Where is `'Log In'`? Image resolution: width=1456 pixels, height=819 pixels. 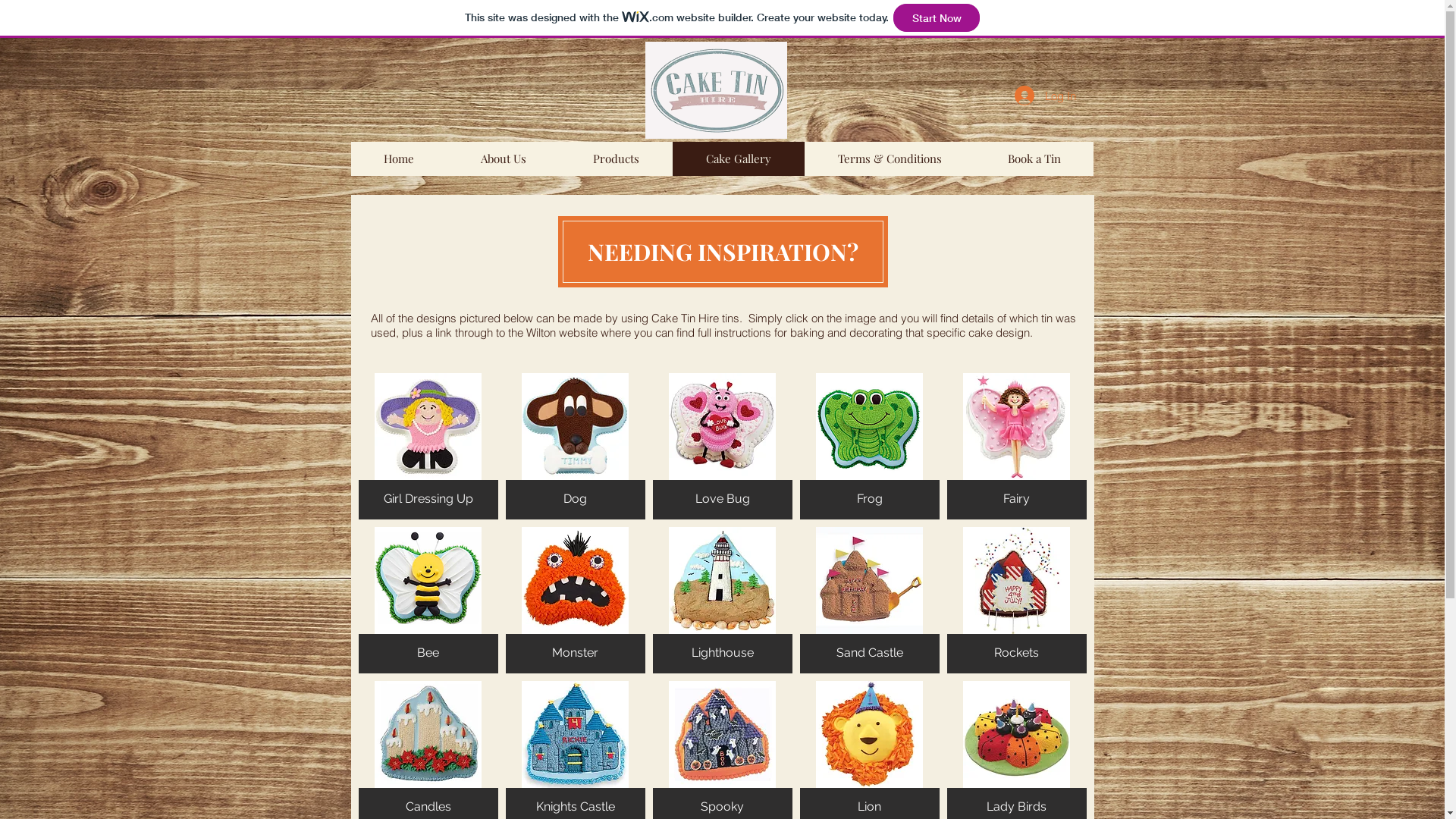 'Log In' is located at coordinates (1044, 96).